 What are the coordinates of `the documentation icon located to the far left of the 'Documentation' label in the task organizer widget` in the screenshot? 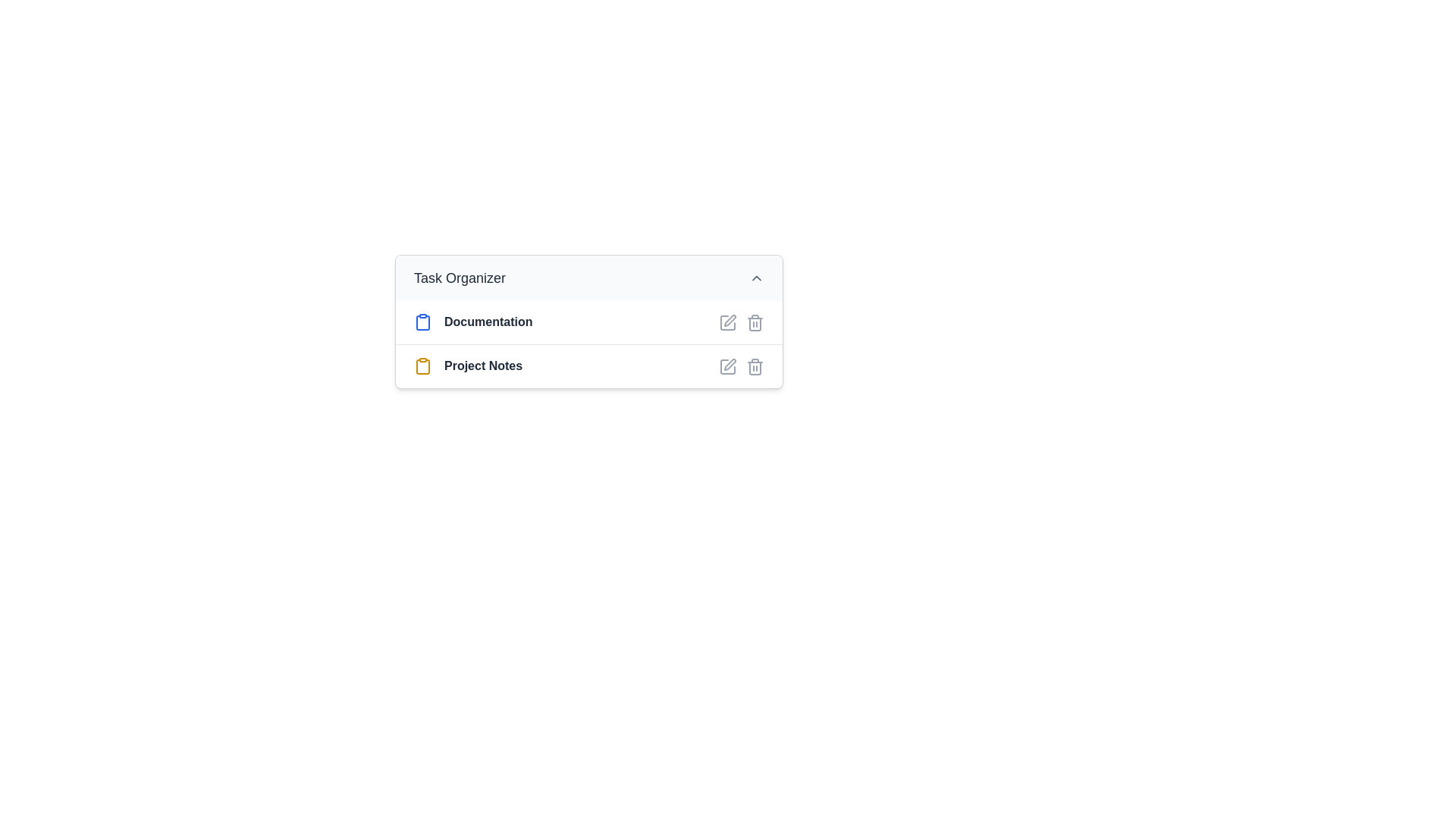 It's located at (422, 321).